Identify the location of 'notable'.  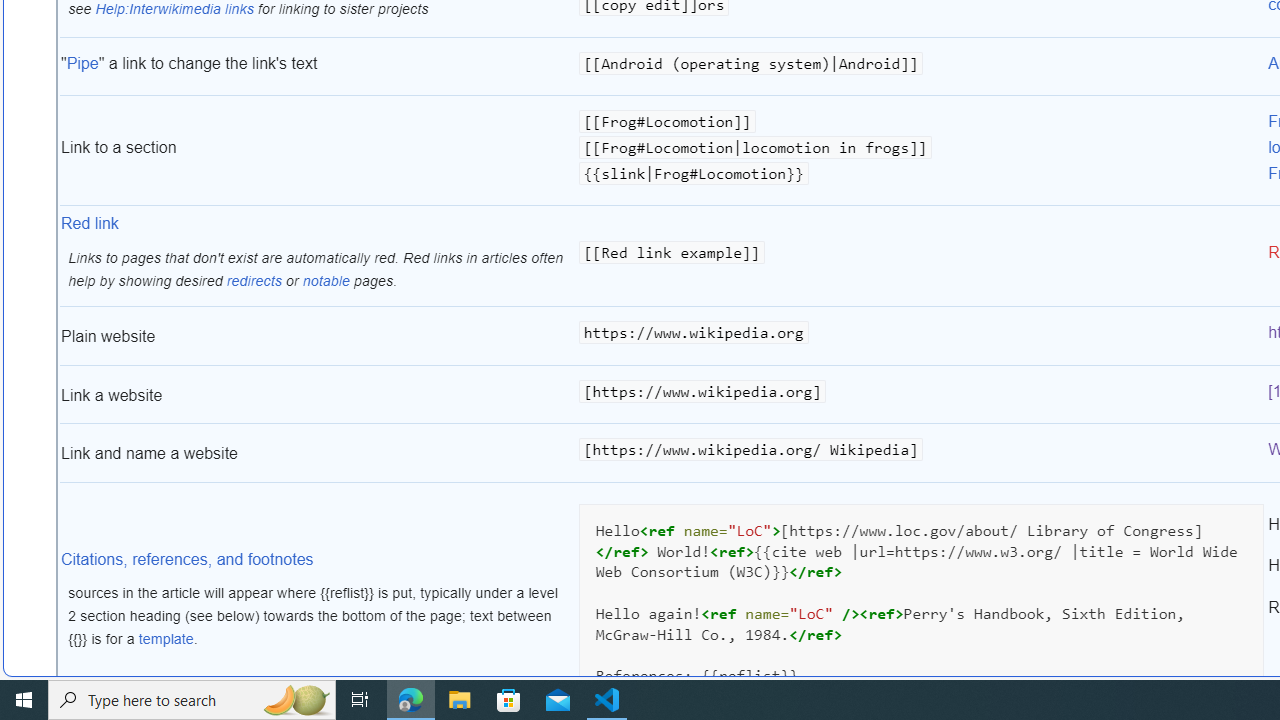
(325, 280).